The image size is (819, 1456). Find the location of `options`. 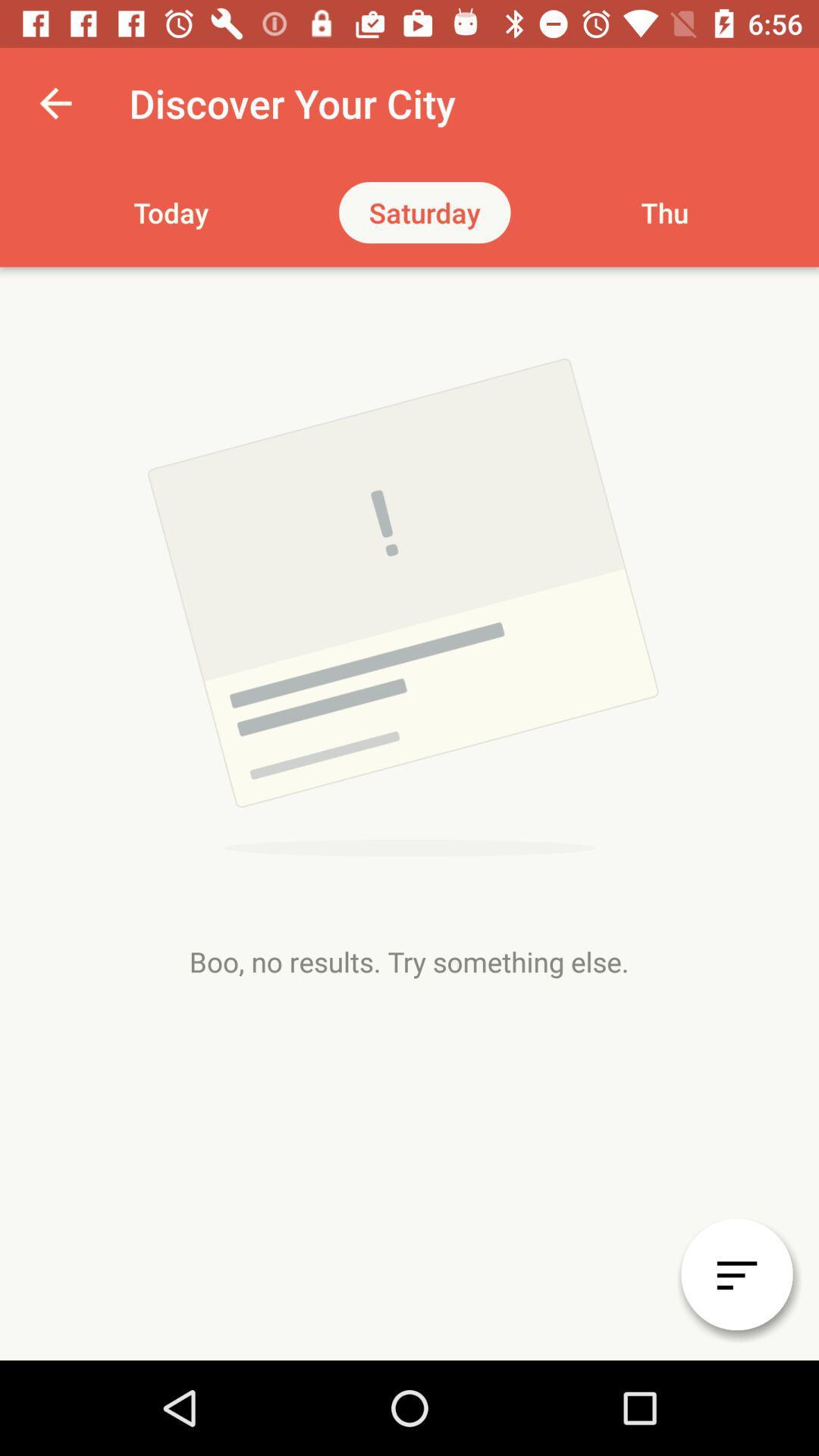

options is located at coordinates (736, 1274).